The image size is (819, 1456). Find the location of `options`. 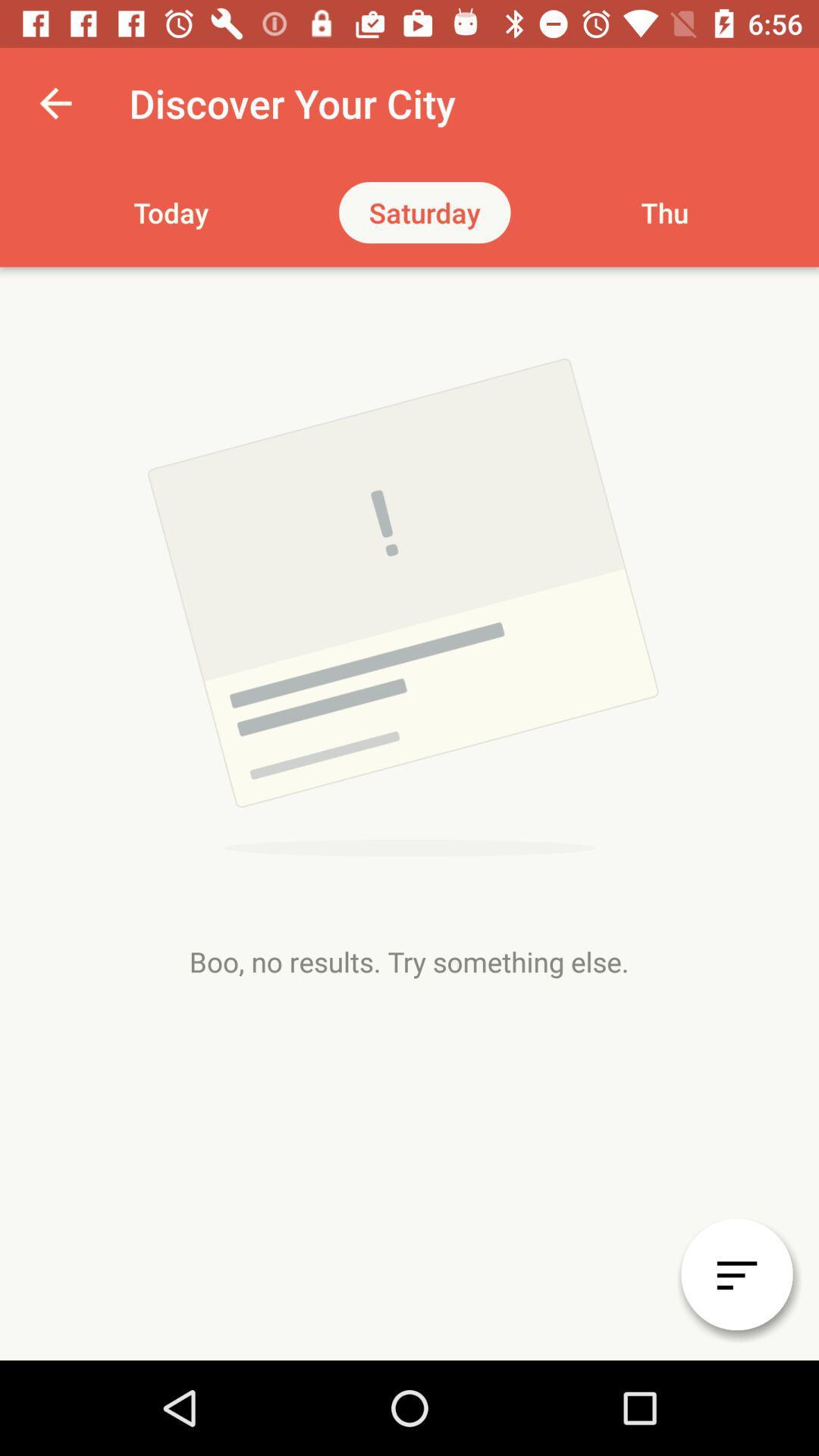

options is located at coordinates (736, 1274).